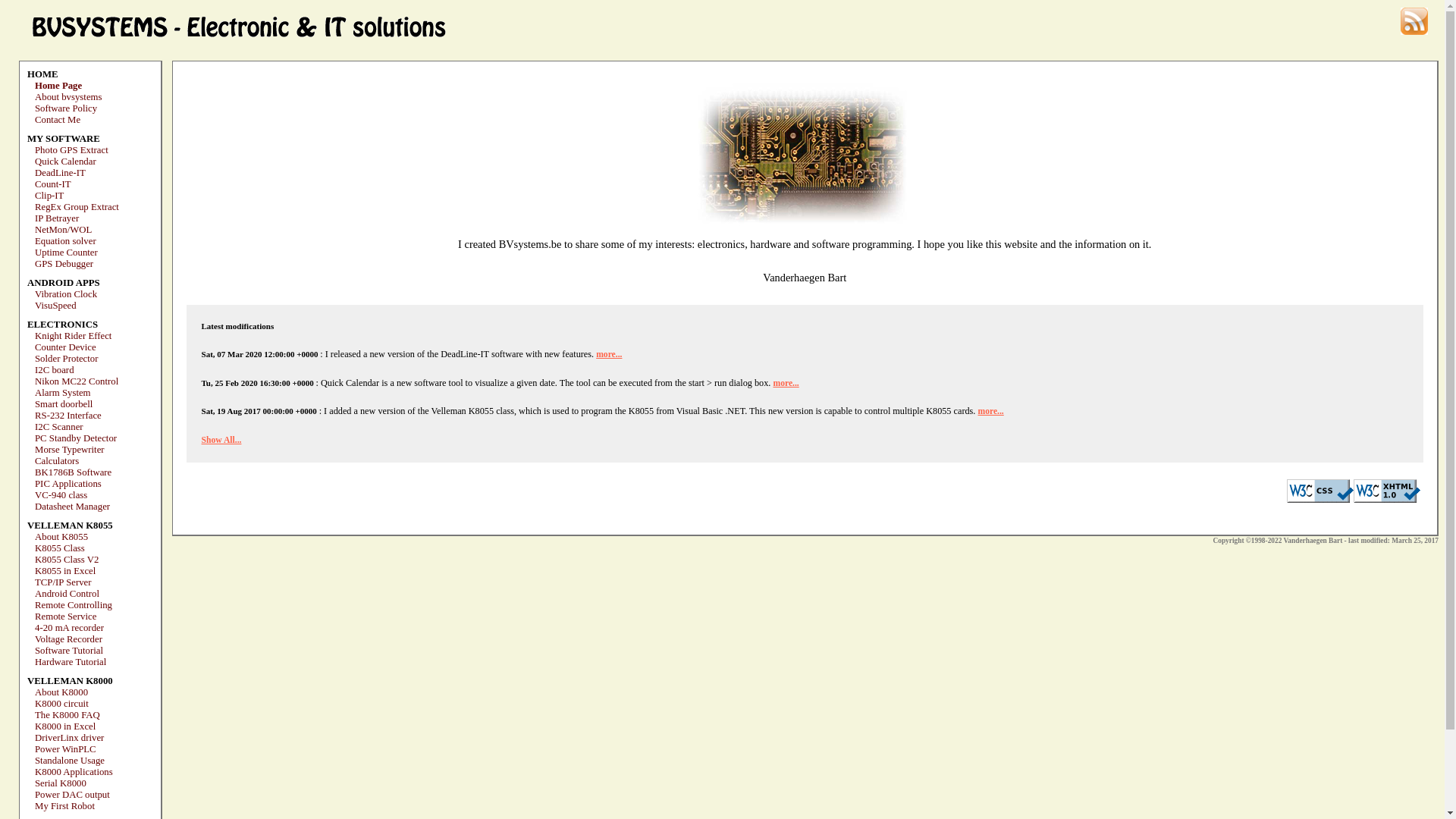 The width and height of the screenshot is (1456, 819). What do you see at coordinates (61, 783) in the screenshot?
I see `'Serial K8000'` at bounding box center [61, 783].